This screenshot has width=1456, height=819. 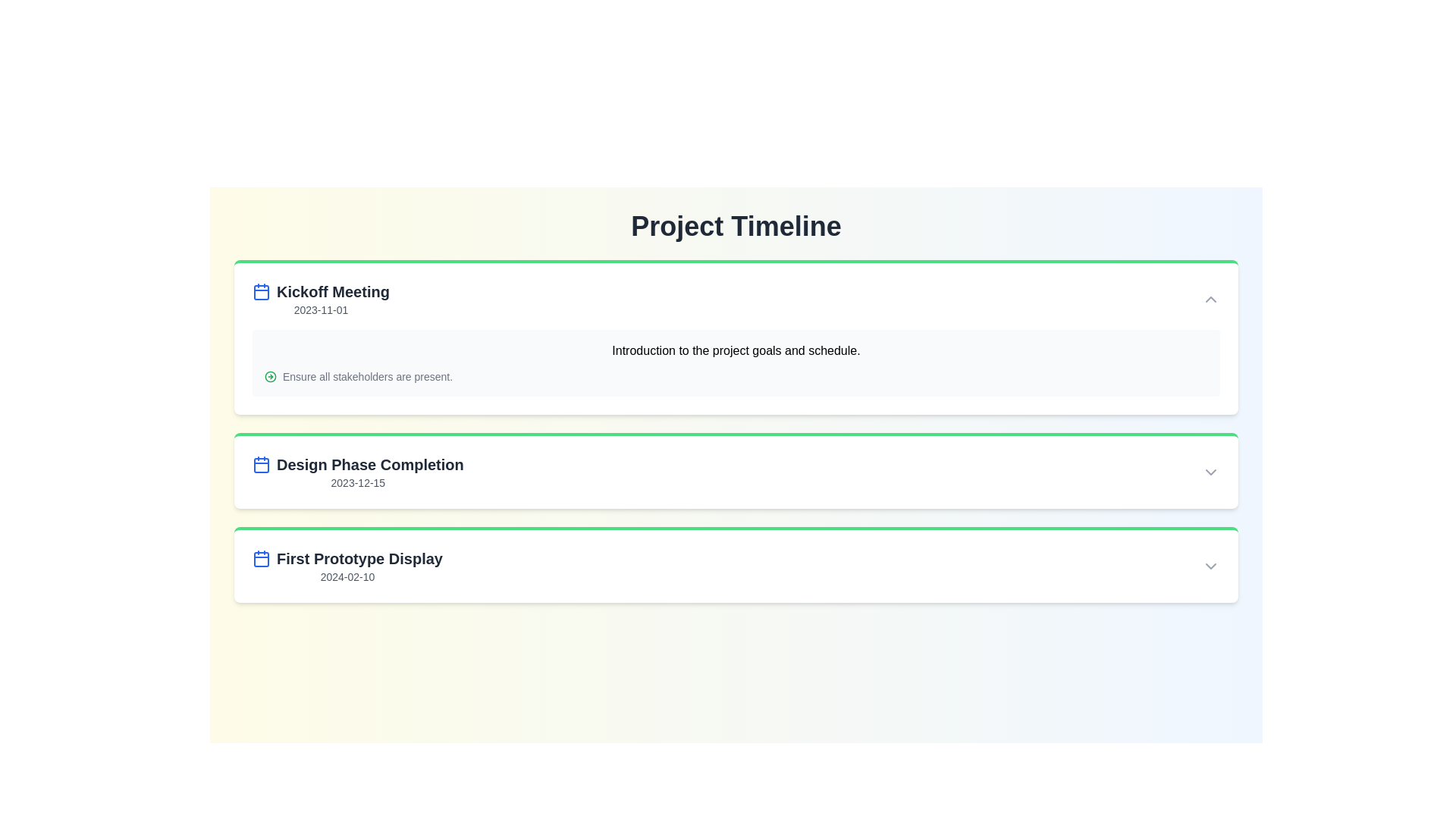 What do you see at coordinates (736, 362) in the screenshot?
I see `the Text block that provides detailed information about the goals and schedule of the project kickoff meeting, located in the 'Kickoff Meeting' section` at bounding box center [736, 362].